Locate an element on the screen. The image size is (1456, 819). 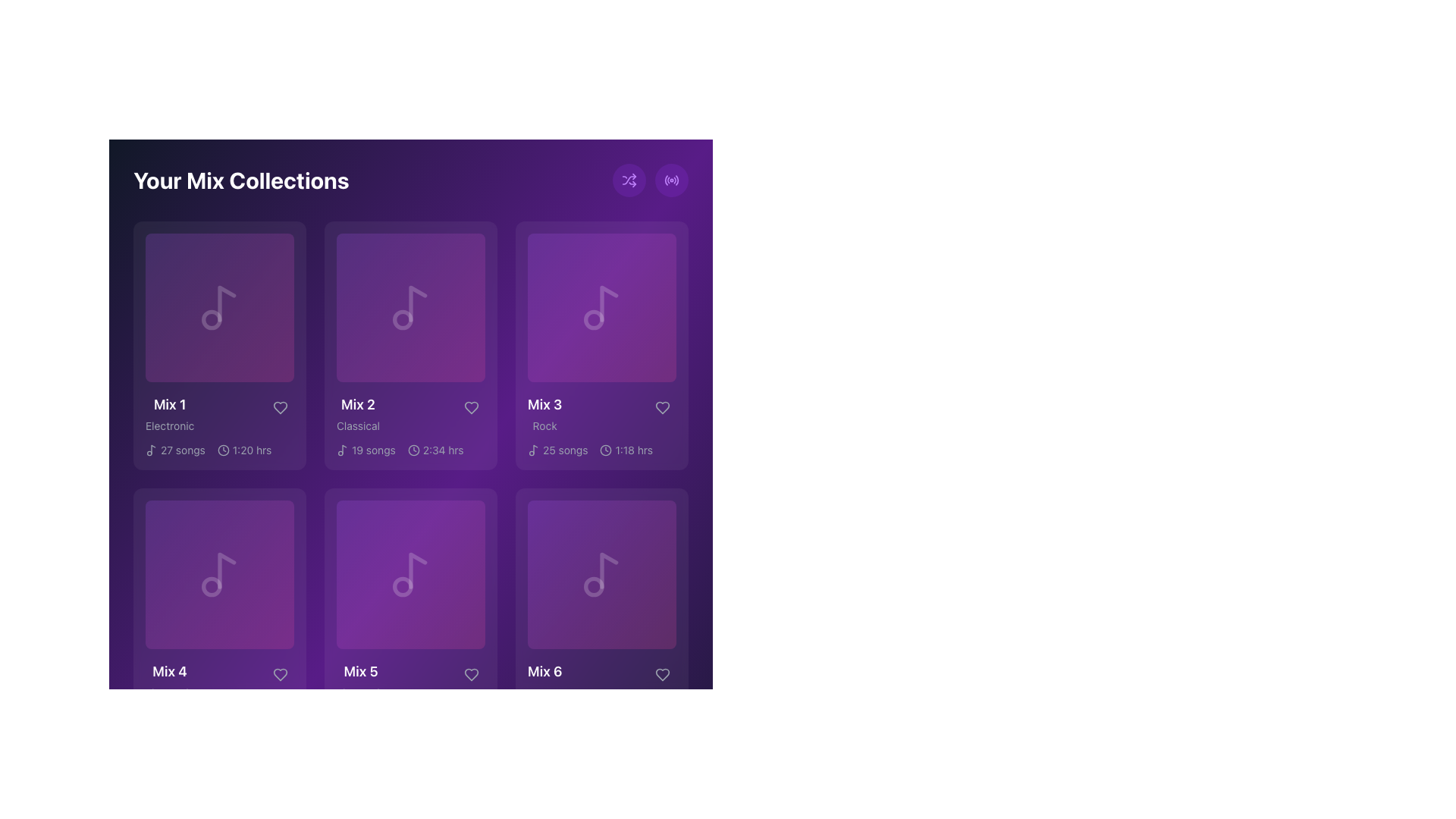
the decorative icon located at the center of the 'Mix 5' card, which is the fifth card in a 2x3 grid of mix cards is located at coordinates (411, 575).